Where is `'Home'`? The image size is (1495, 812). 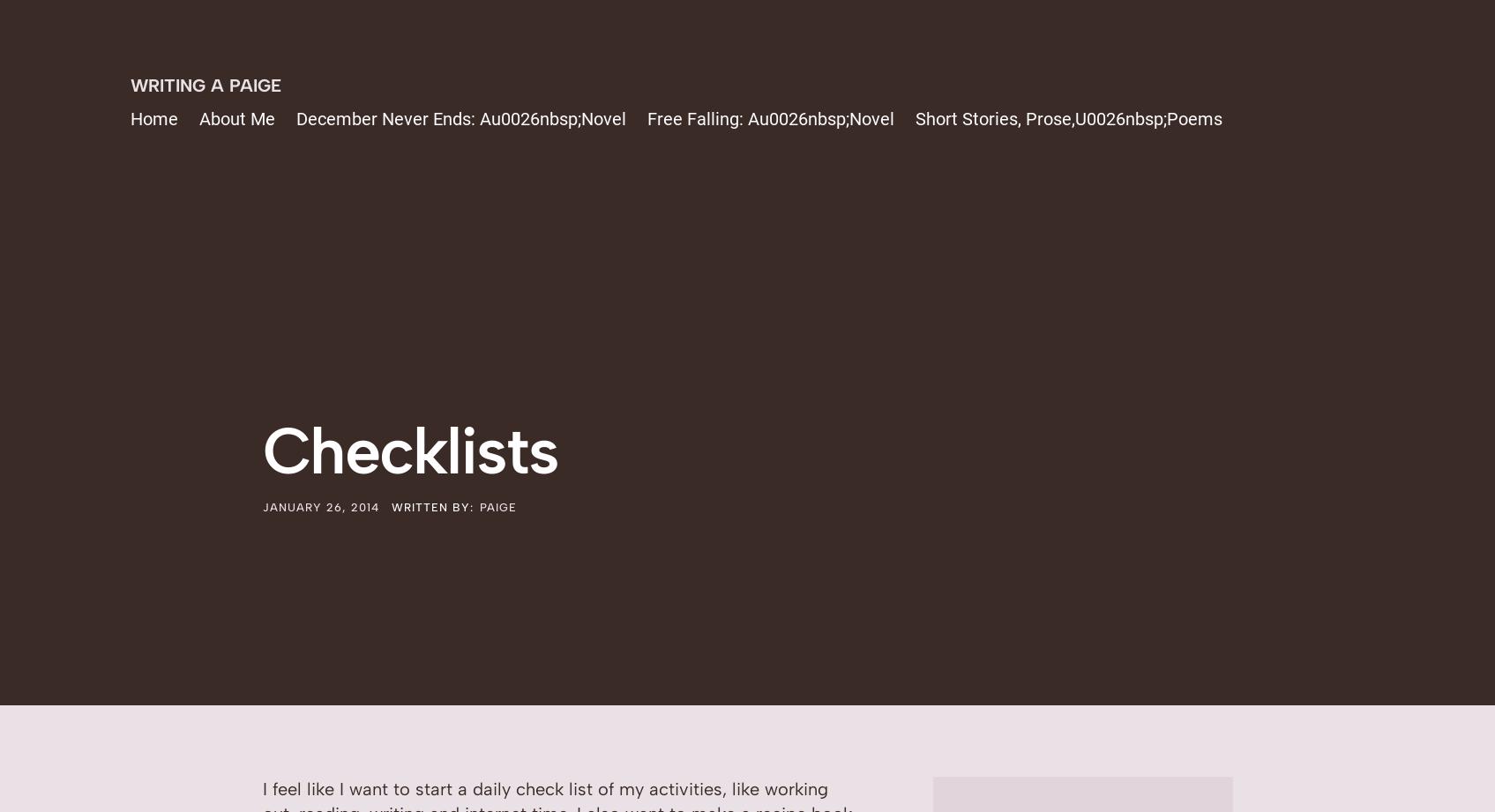
'Home' is located at coordinates (153, 119).